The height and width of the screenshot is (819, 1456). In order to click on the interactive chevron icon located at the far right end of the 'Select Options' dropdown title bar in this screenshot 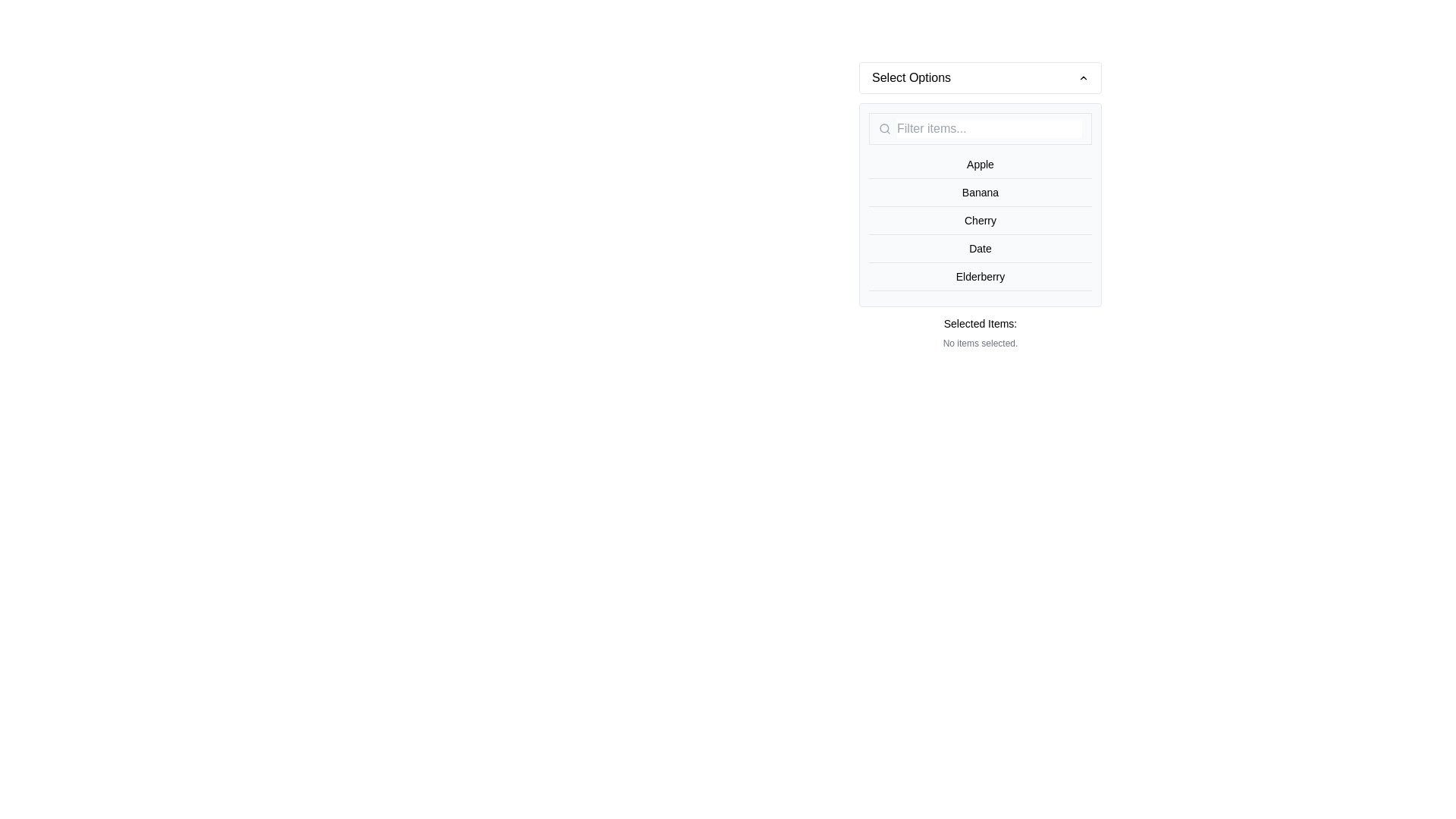, I will do `click(1083, 78)`.